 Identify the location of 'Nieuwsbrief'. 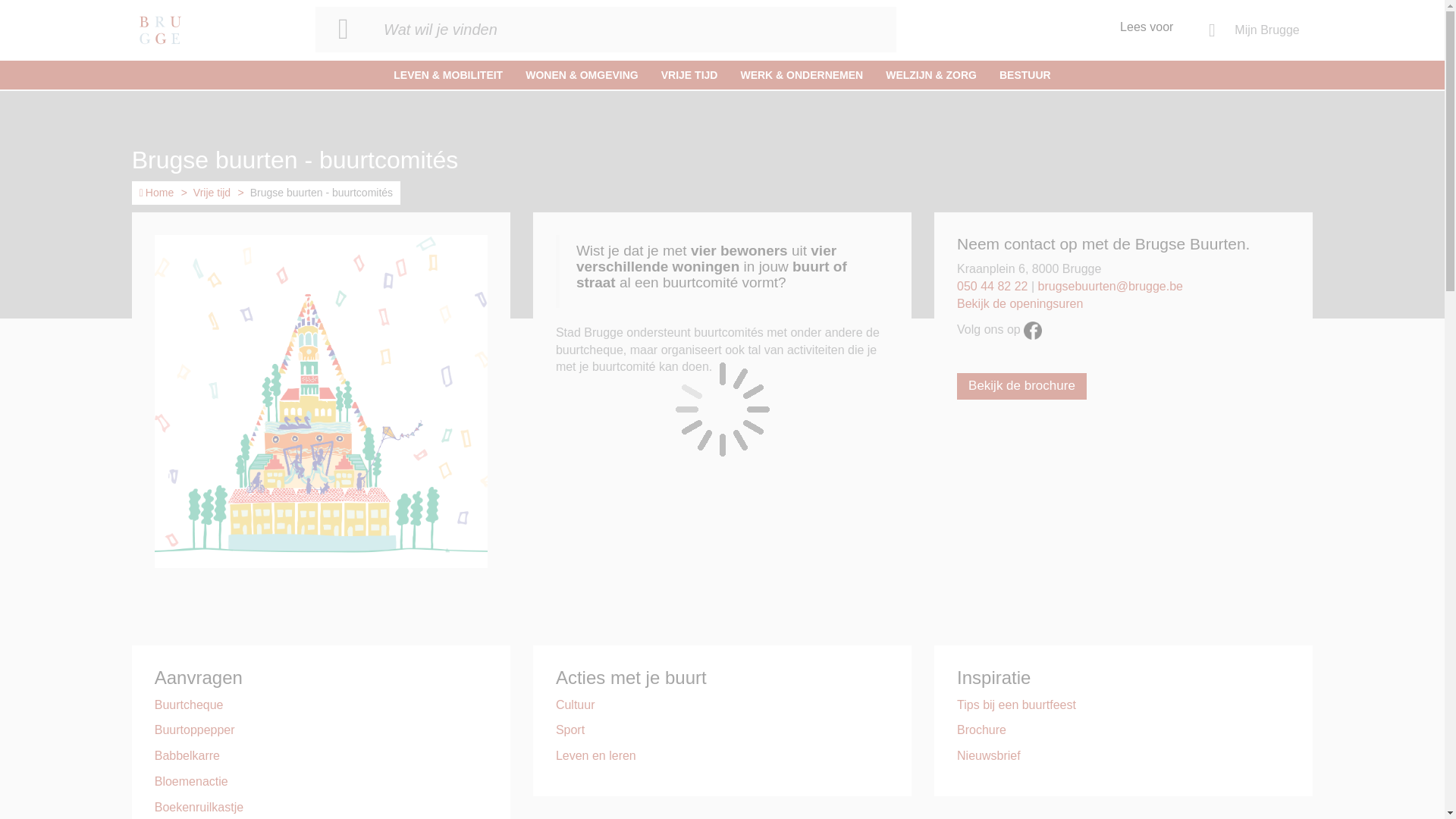
(956, 755).